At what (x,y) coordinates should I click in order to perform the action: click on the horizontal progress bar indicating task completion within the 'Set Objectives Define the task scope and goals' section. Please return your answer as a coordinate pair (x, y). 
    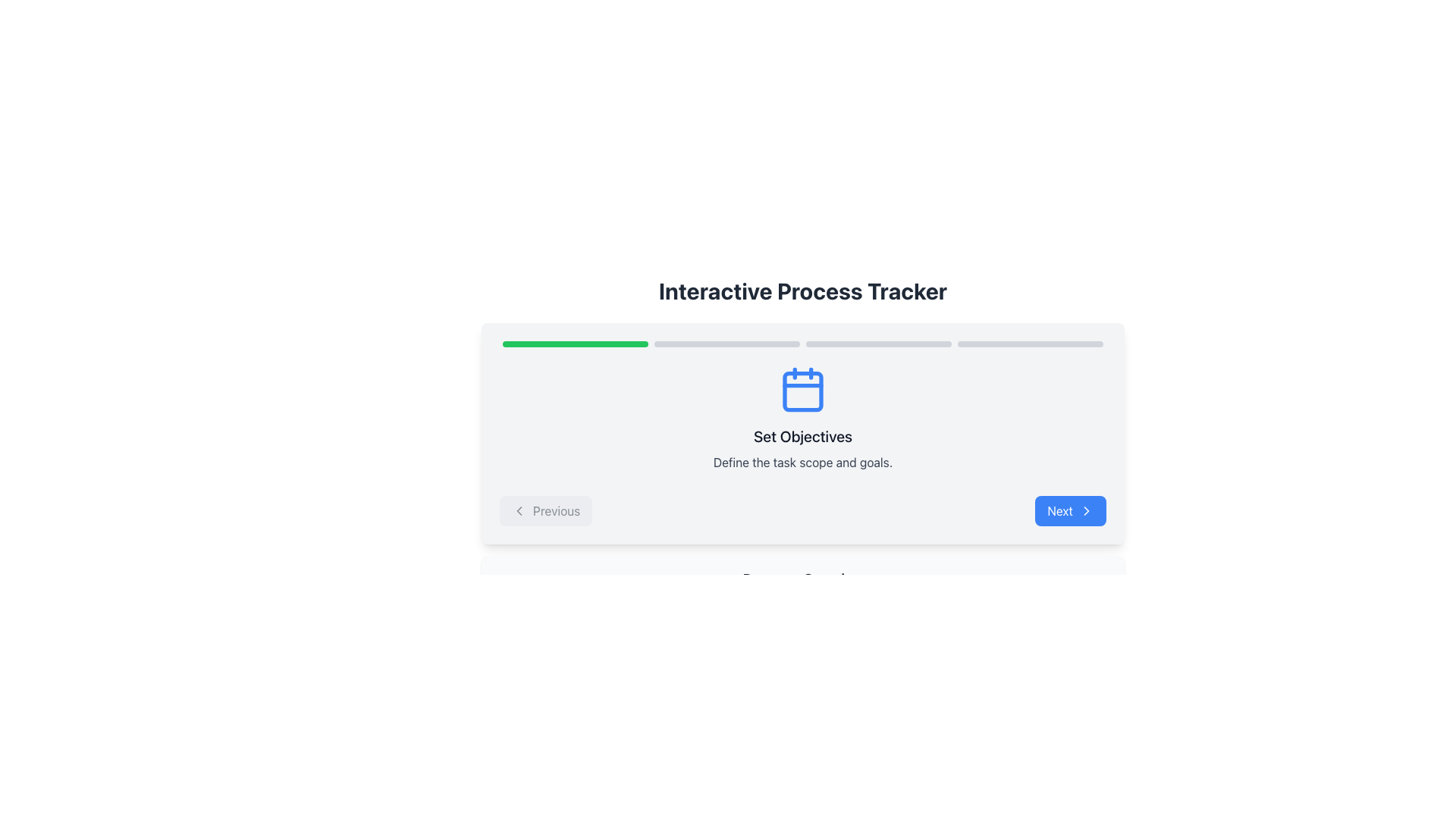
    Looking at the image, I should click on (802, 344).